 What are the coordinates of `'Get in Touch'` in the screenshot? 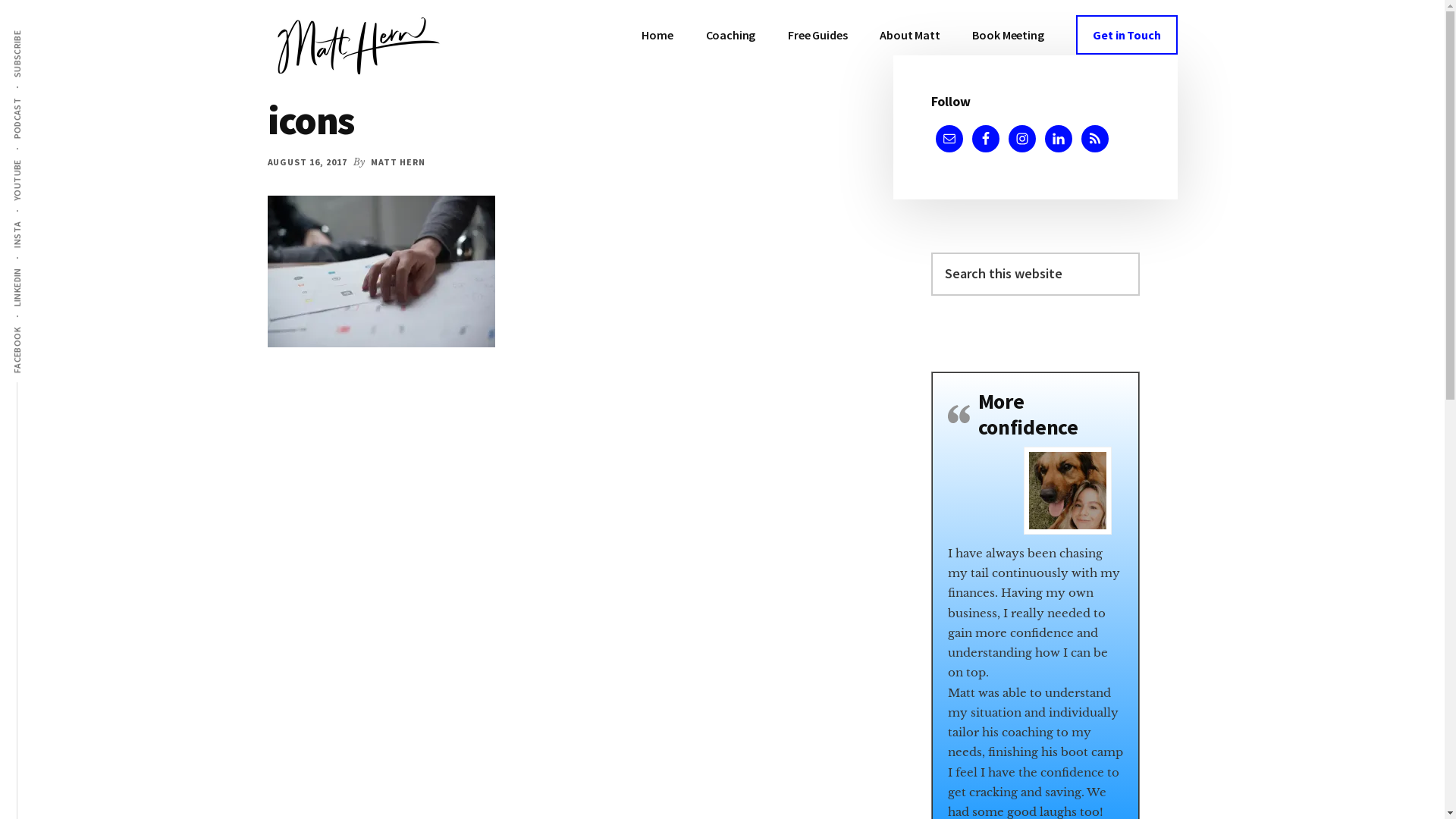 It's located at (1126, 34).